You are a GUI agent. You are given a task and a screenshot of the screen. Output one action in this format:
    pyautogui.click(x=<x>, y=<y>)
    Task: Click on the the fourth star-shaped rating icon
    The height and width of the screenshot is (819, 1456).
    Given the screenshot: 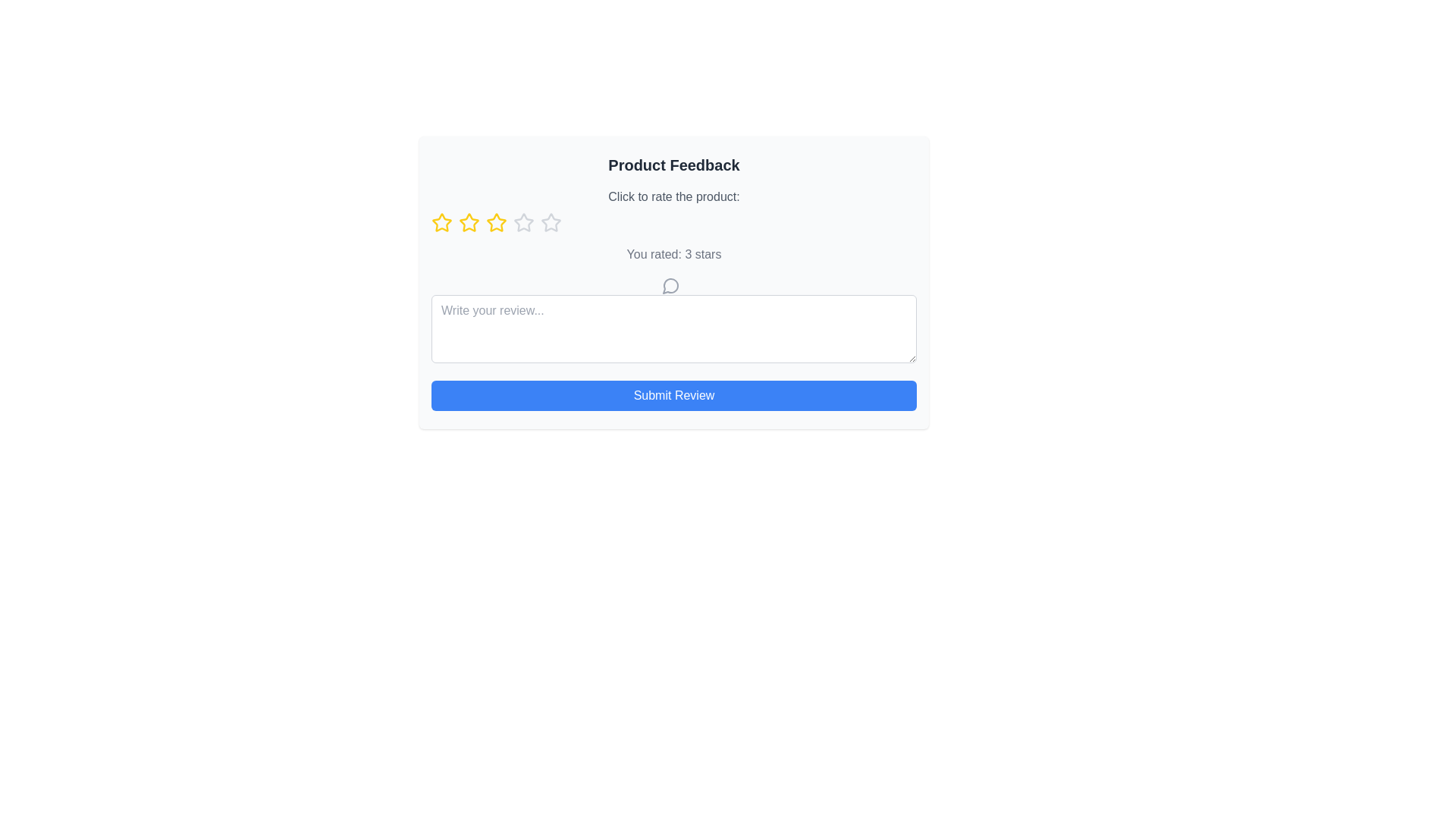 What is the action you would take?
    pyautogui.click(x=550, y=222)
    